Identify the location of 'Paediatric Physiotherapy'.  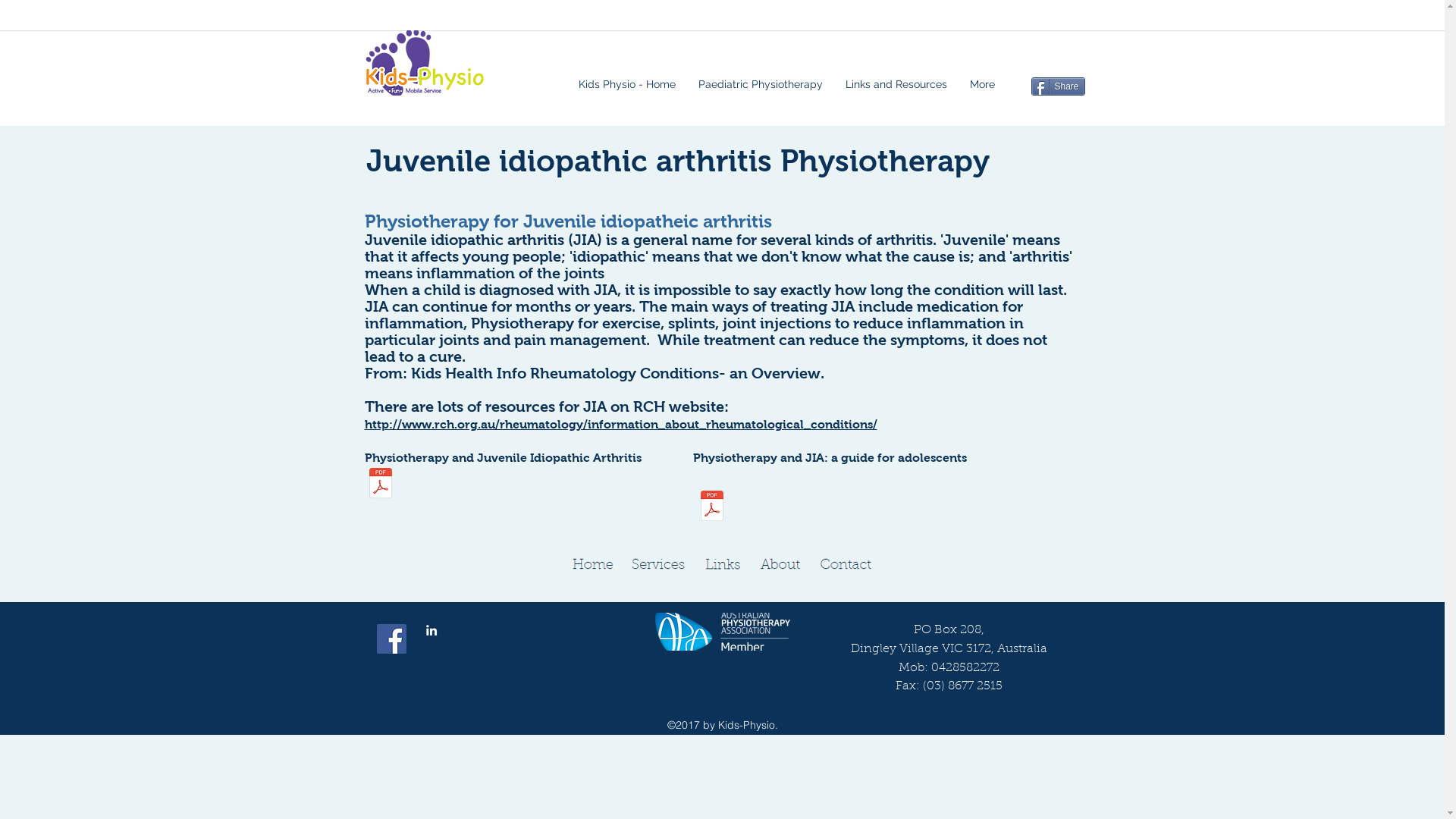
(686, 84).